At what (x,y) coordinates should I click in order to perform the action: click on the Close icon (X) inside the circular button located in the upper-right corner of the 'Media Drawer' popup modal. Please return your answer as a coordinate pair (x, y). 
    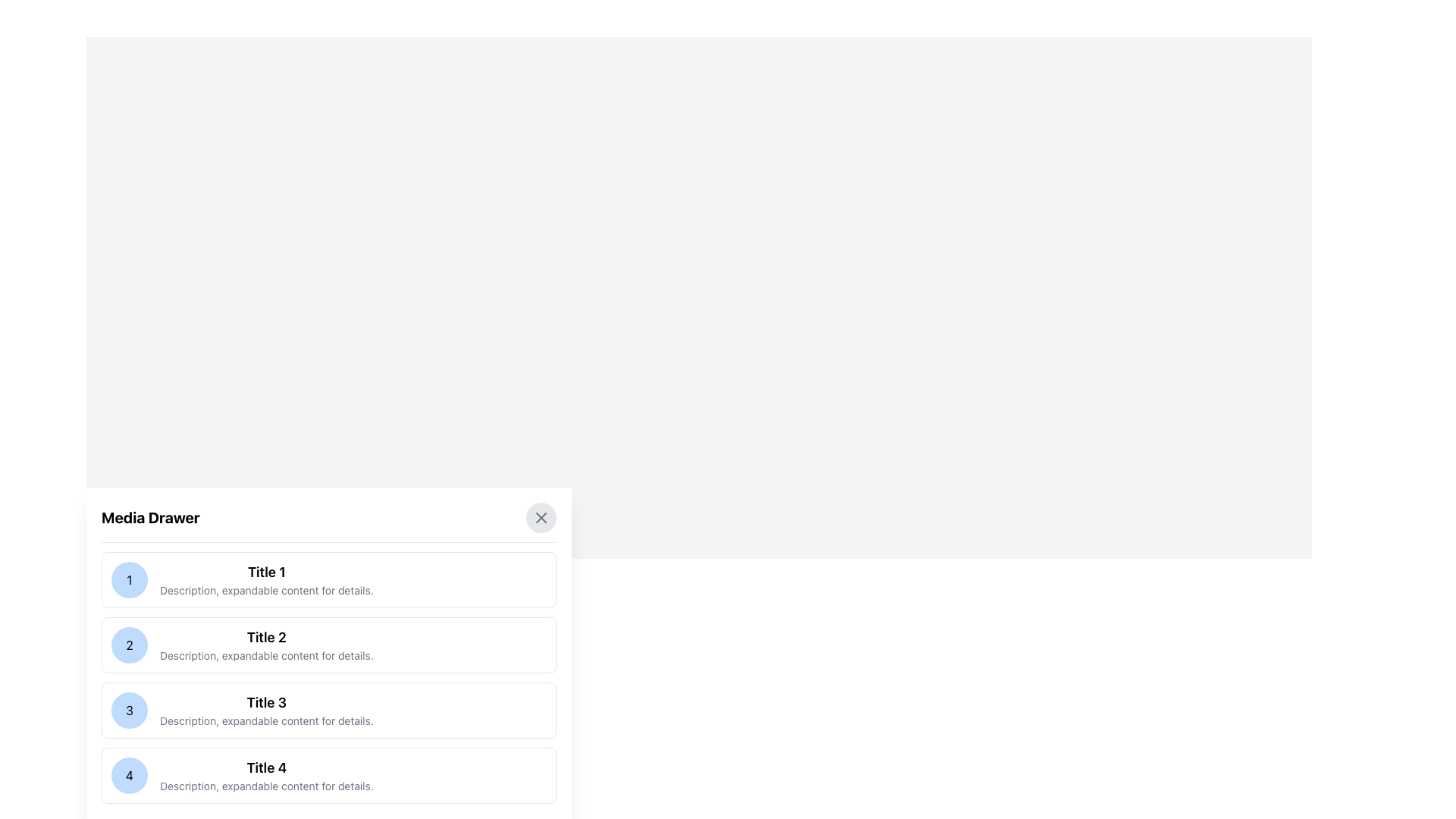
    Looking at the image, I should click on (541, 516).